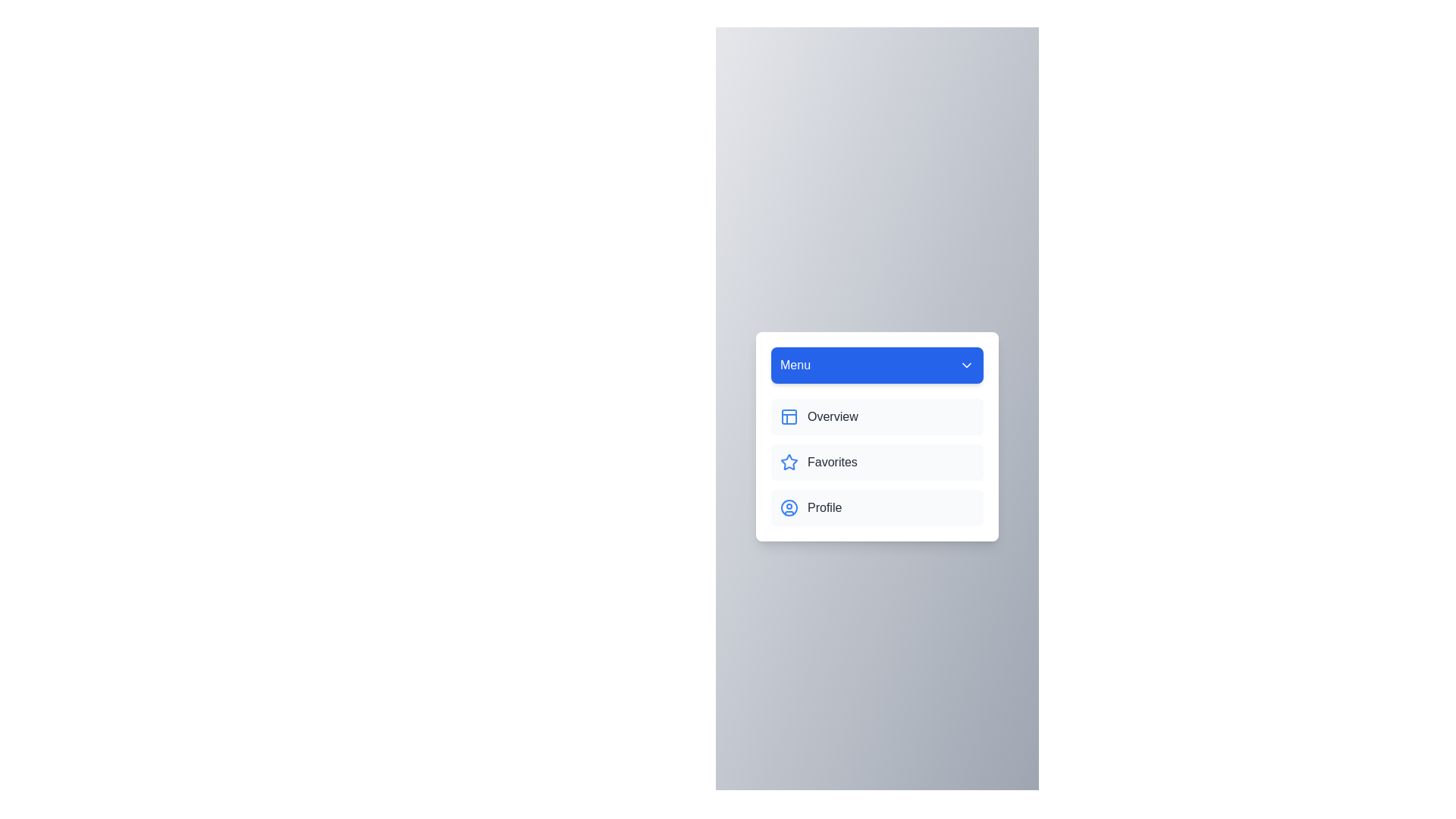  Describe the element at coordinates (877, 417) in the screenshot. I see `the Overview from the menu` at that location.